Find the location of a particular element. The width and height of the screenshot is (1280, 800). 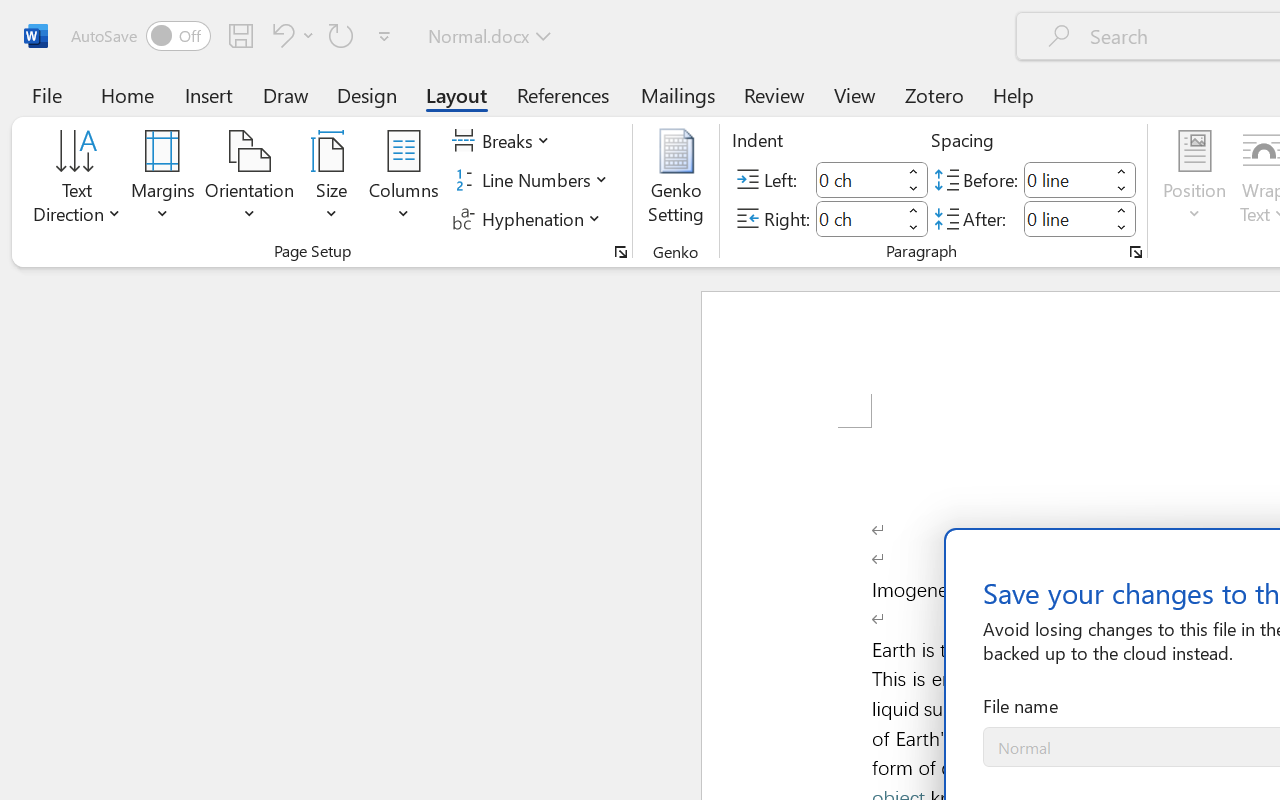

'Indent Left' is located at coordinates (858, 178).